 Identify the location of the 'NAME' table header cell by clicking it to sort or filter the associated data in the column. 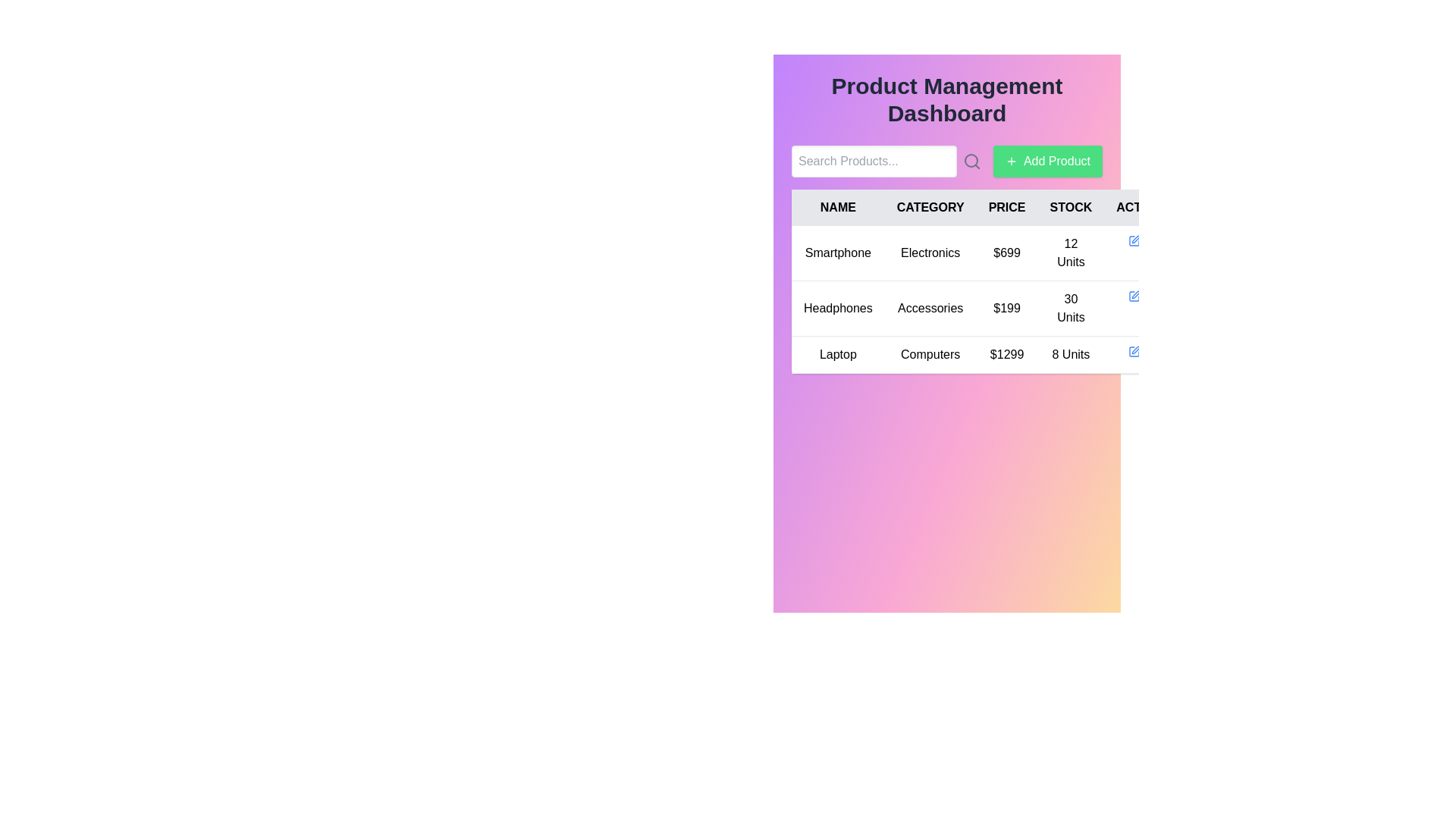
(837, 207).